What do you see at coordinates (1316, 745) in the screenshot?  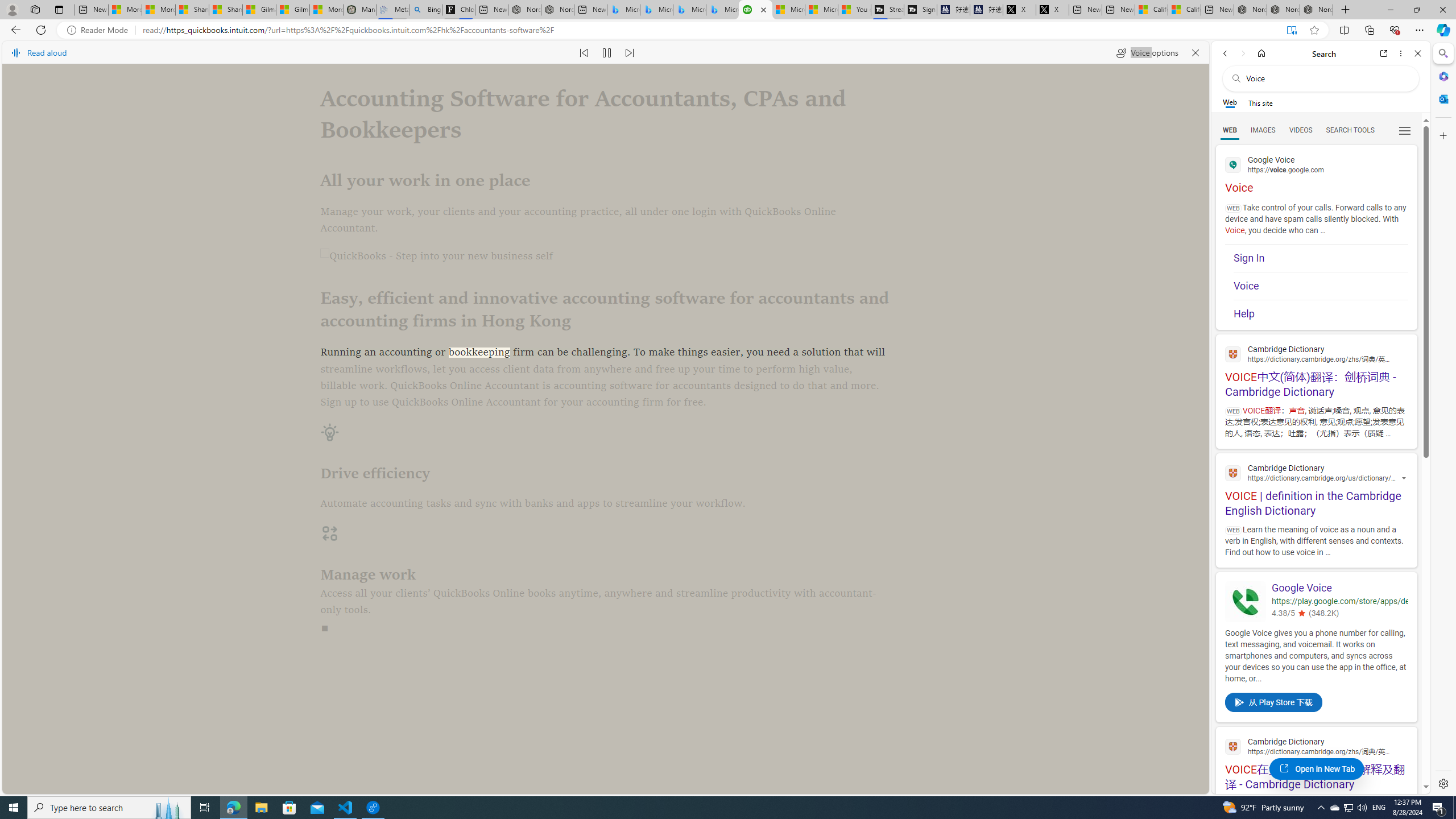 I see `'Cambridge Dictionary'` at bounding box center [1316, 745].